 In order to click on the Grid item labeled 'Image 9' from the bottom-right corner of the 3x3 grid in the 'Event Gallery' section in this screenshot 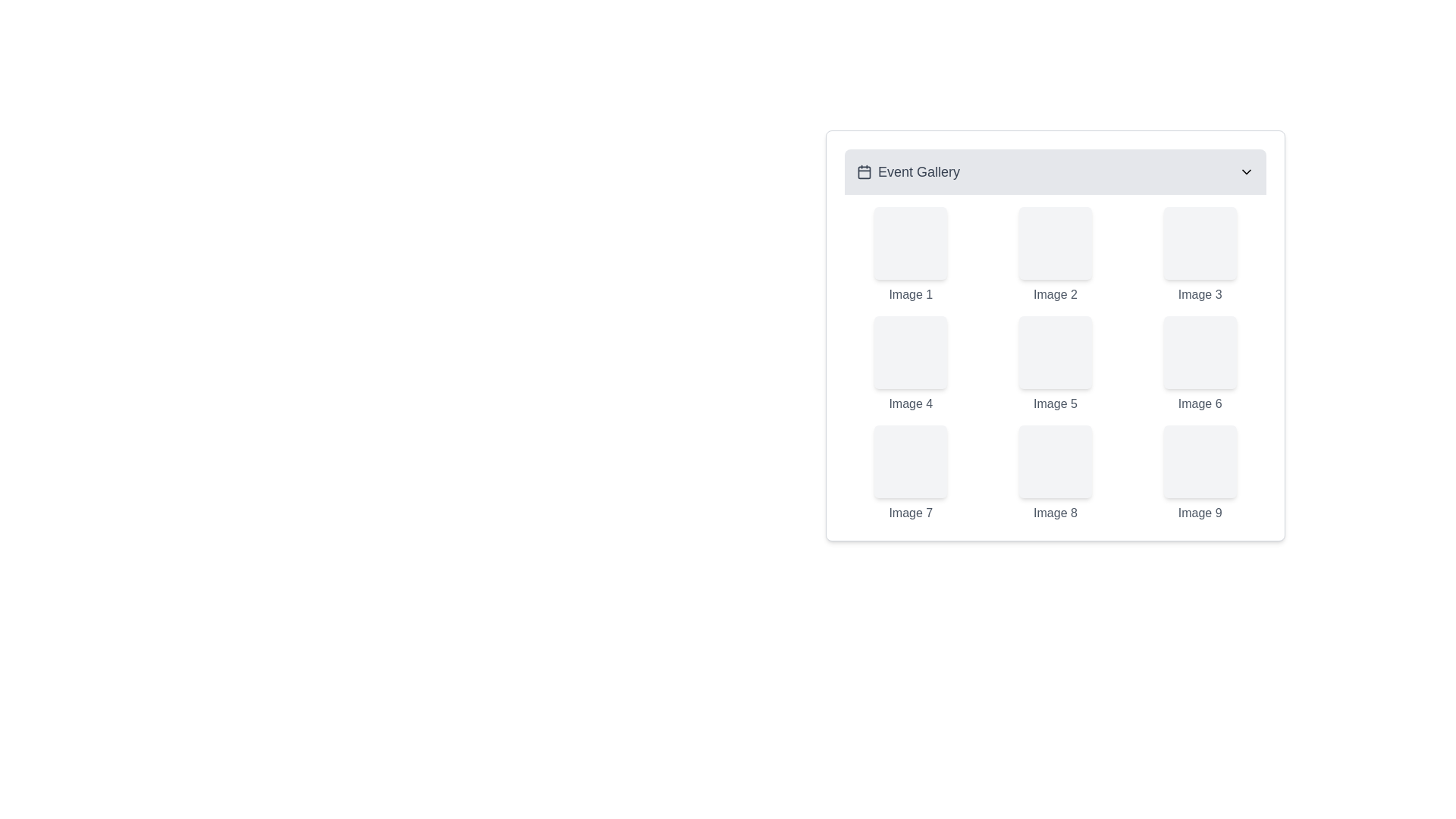, I will do `click(1199, 472)`.